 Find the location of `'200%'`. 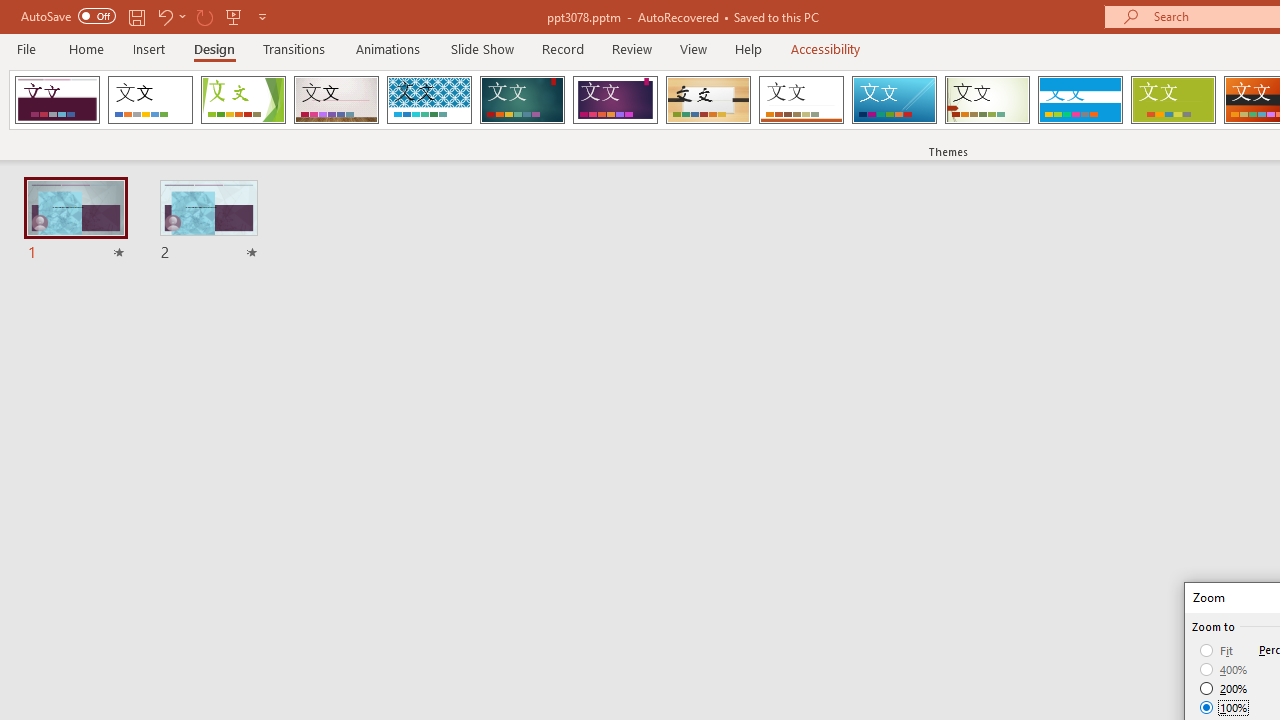

'200%' is located at coordinates (1223, 688).